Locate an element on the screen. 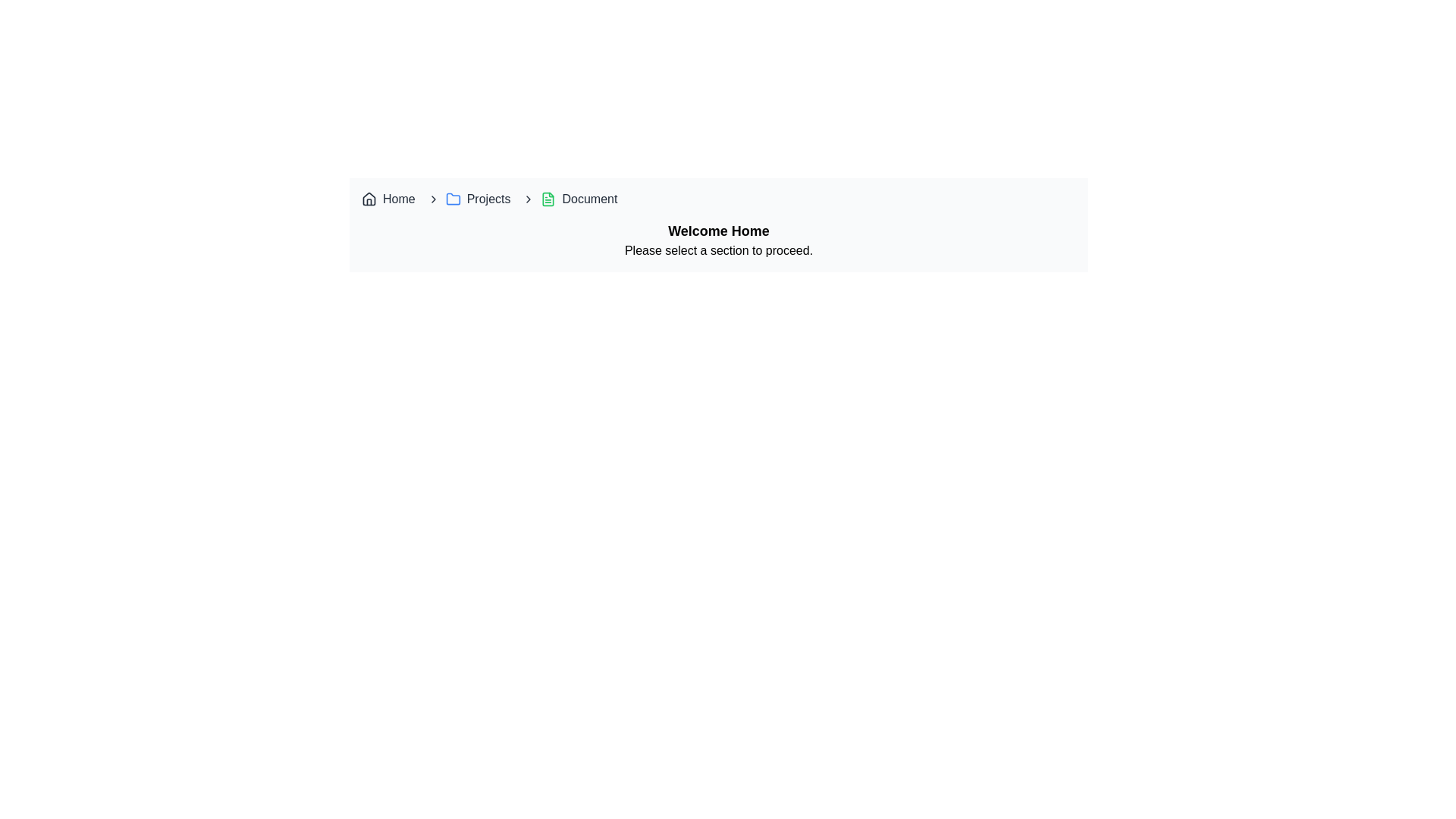 The image size is (1456, 819). the chevron icon in the breadcrumb navigation bar, which is the second item after 'Home' and before the 'Projects' folder icon, to indicate a transition between navigation levels is located at coordinates (432, 198).